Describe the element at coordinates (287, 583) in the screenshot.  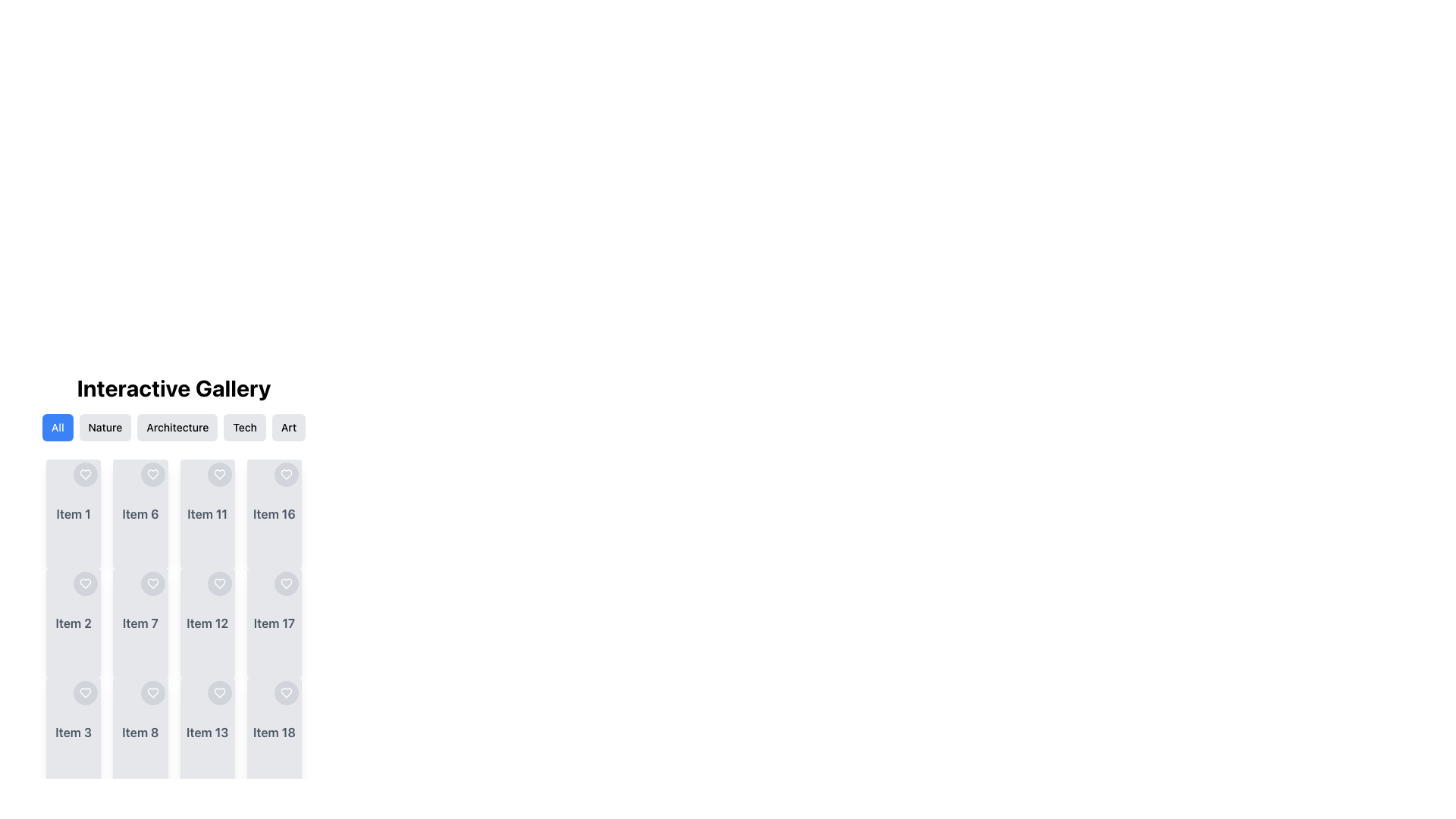
I see `the heart-shaped icon with a white fill and gray outline located in the top-right corner of the 'Item 17' card to like or favorite the associated item` at that location.